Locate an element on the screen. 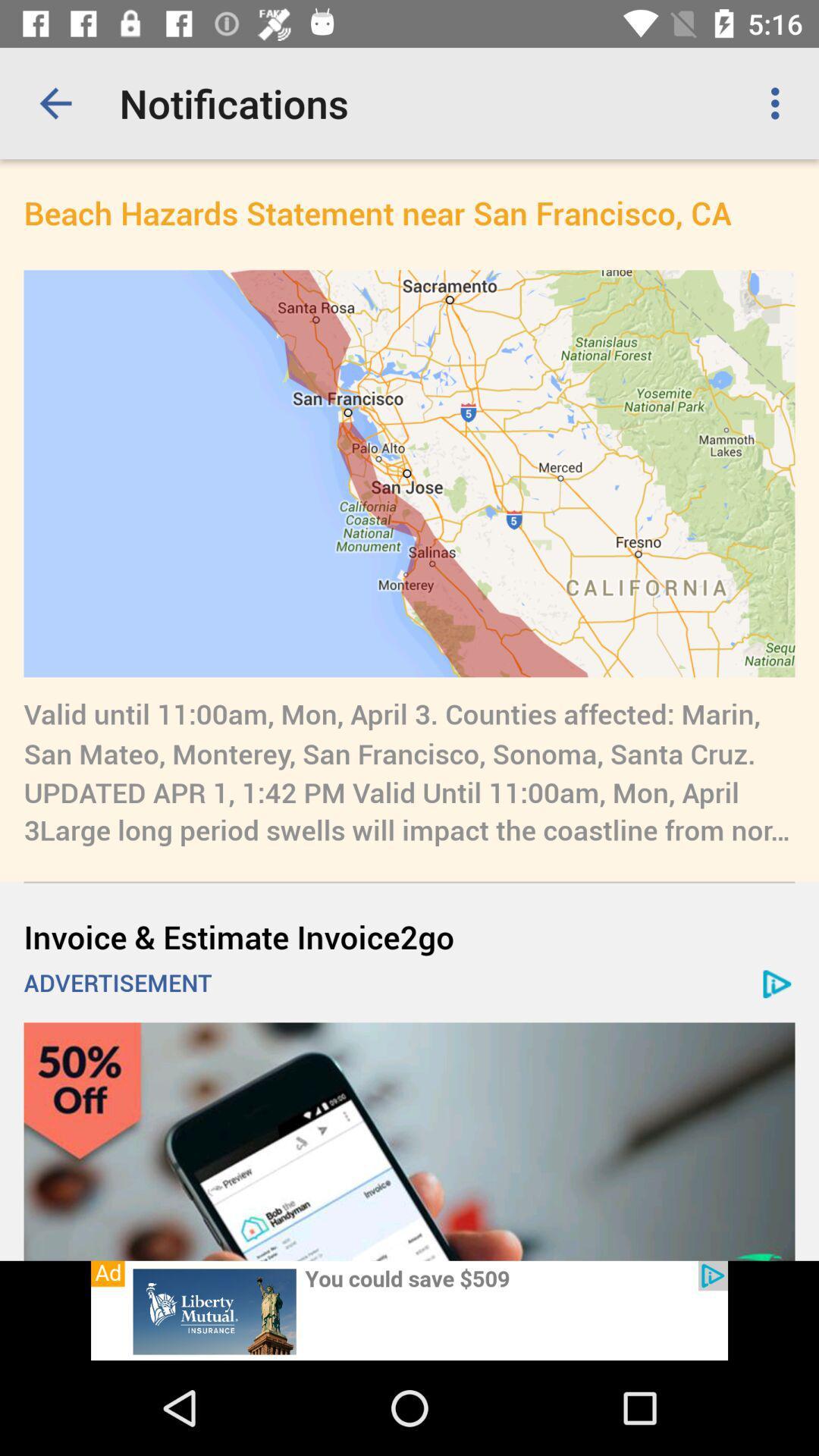  show advertisement is located at coordinates (409, 1310).